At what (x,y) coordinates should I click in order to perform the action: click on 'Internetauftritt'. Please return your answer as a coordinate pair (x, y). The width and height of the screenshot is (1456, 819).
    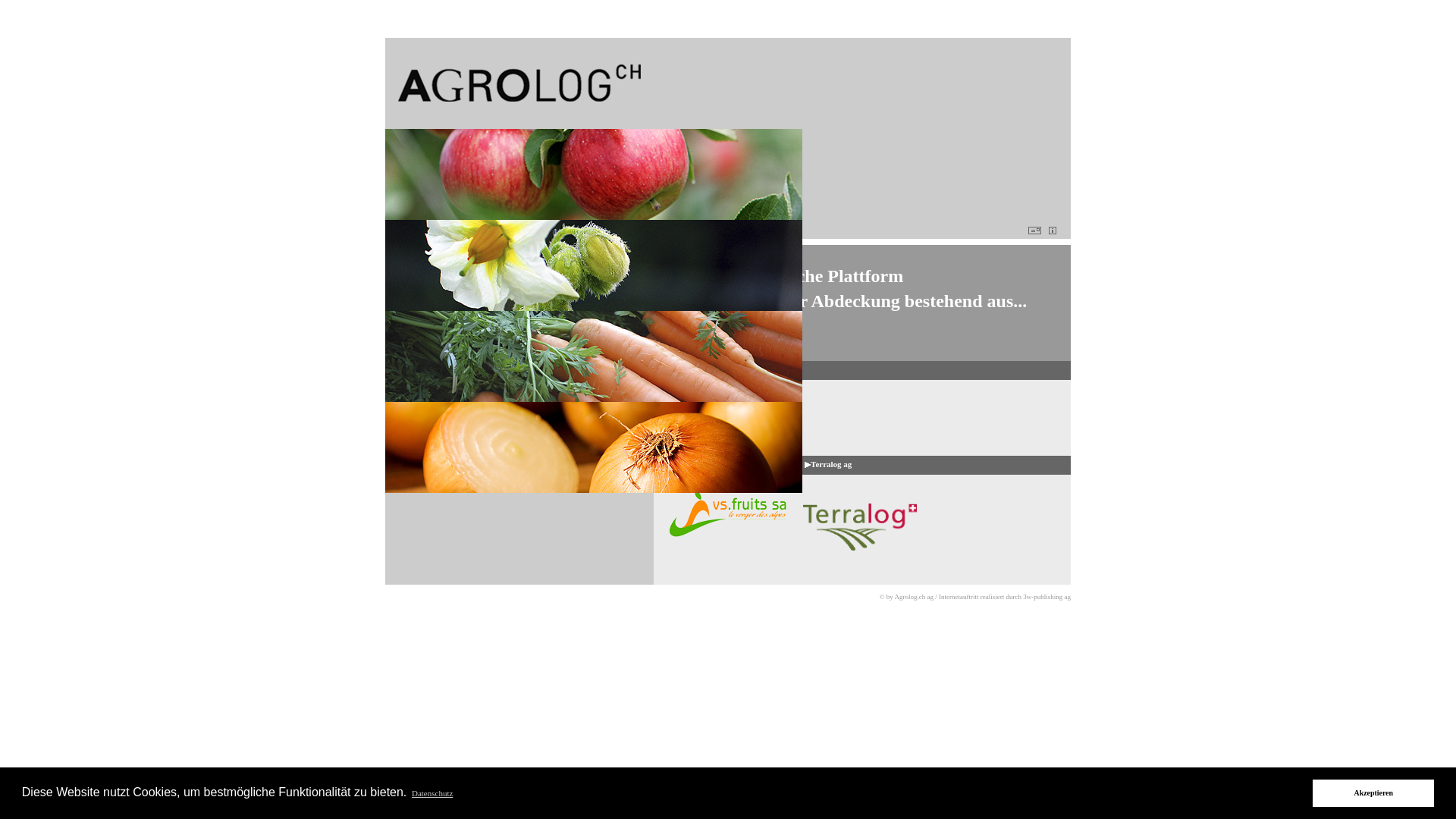
    Looking at the image, I should click on (957, 595).